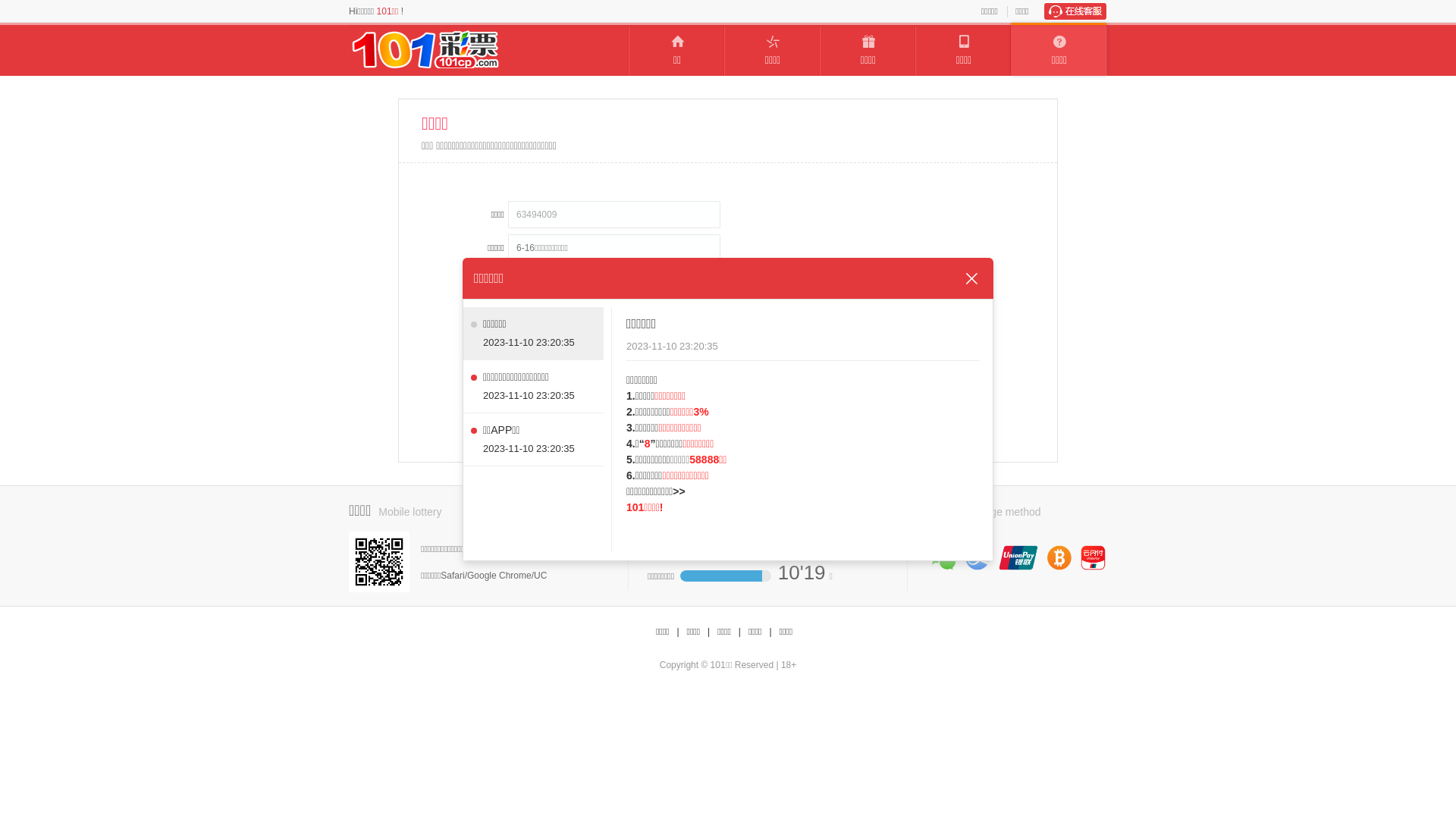 This screenshot has width=1456, height=819. What do you see at coordinates (706, 632) in the screenshot?
I see `'|'` at bounding box center [706, 632].